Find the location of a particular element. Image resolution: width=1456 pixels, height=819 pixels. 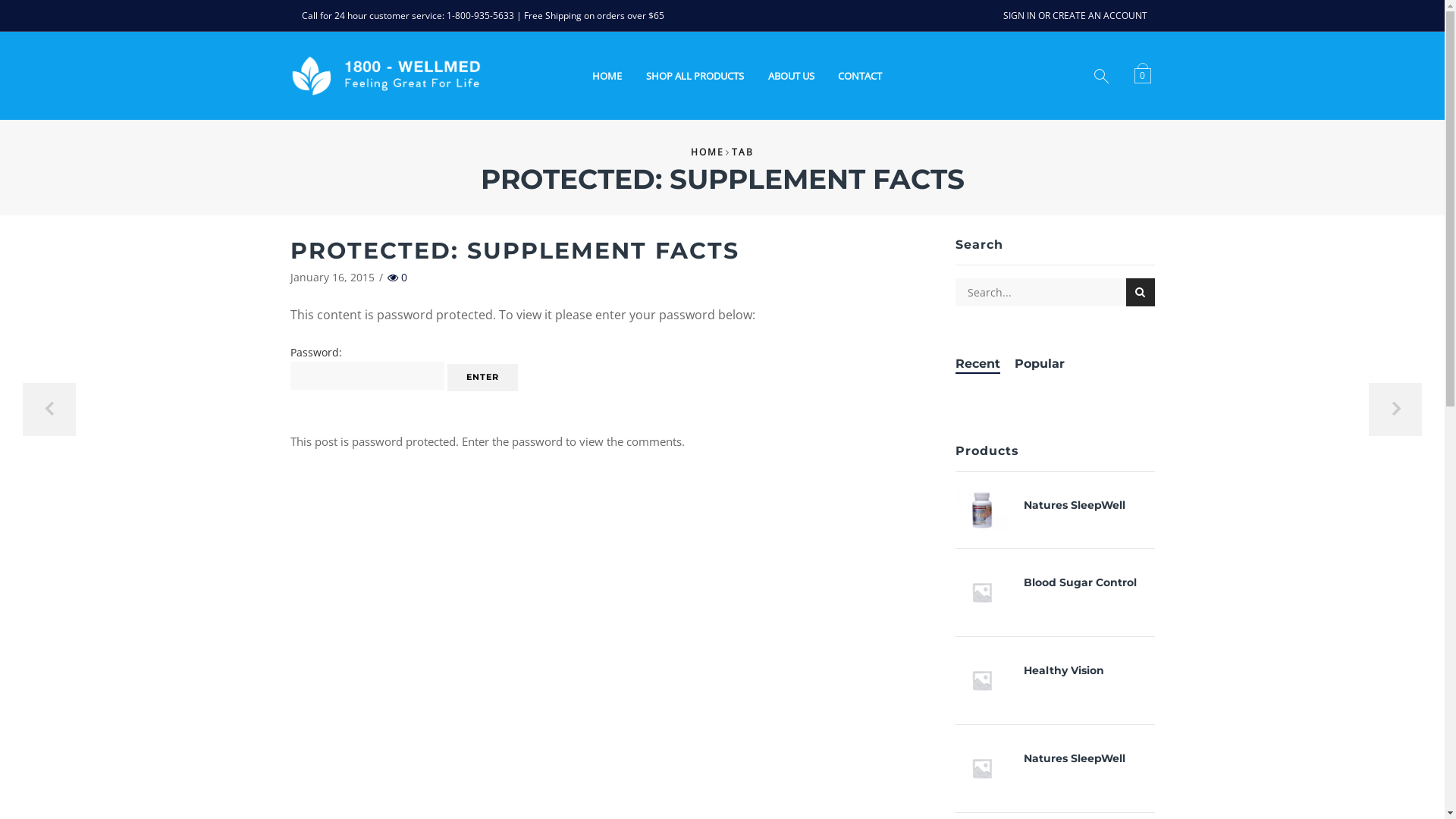

'CONTACT' is located at coordinates (859, 76).